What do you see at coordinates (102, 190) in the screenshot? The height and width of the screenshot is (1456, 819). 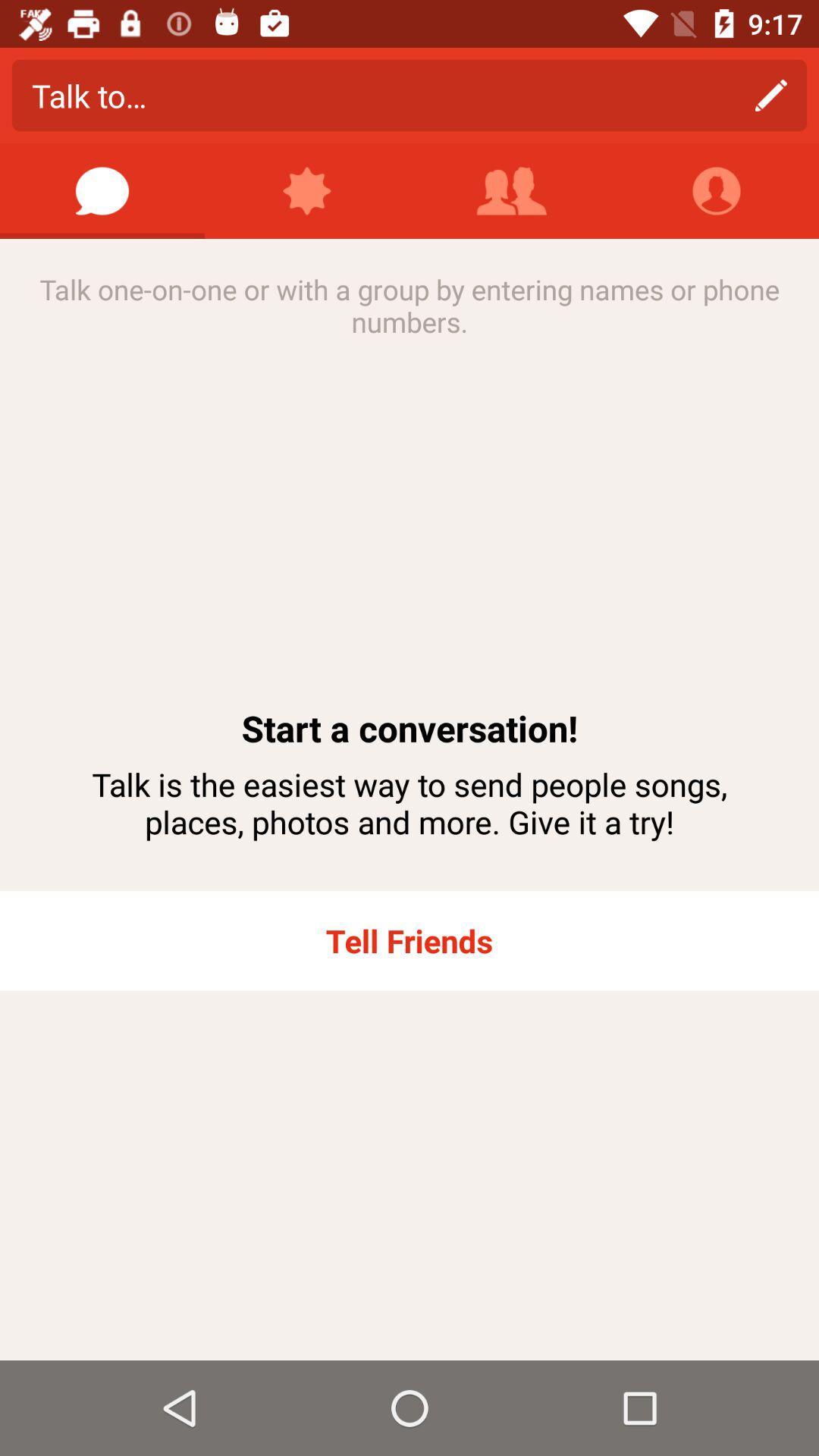 I see `app above the talk one on icon` at bounding box center [102, 190].